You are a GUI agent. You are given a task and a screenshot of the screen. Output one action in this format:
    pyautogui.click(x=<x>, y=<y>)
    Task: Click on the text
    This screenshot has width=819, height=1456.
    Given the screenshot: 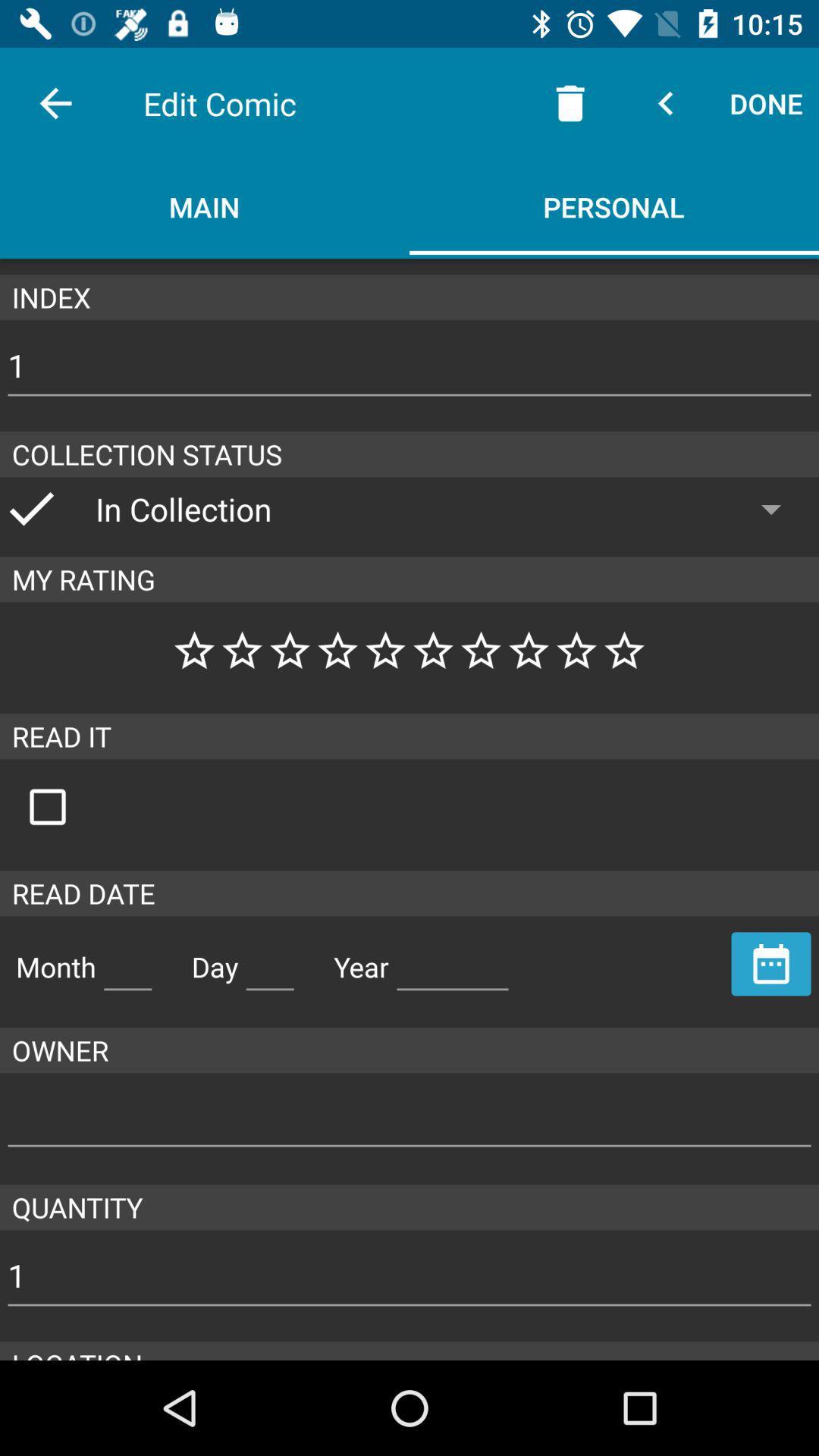 What is the action you would take?
    pyautogui.click(x=269, y=960)
    